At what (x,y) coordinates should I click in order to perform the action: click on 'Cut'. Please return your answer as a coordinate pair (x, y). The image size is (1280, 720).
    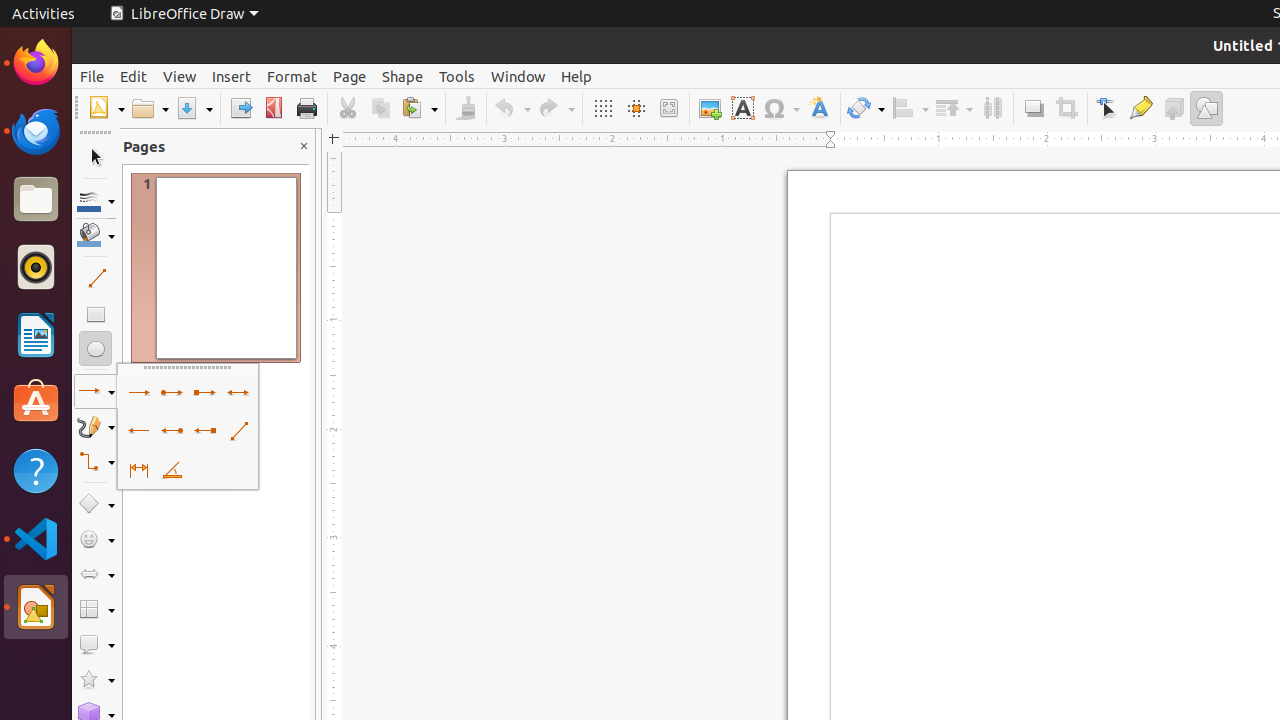
    Looking at the image, I should click on (347, 108).